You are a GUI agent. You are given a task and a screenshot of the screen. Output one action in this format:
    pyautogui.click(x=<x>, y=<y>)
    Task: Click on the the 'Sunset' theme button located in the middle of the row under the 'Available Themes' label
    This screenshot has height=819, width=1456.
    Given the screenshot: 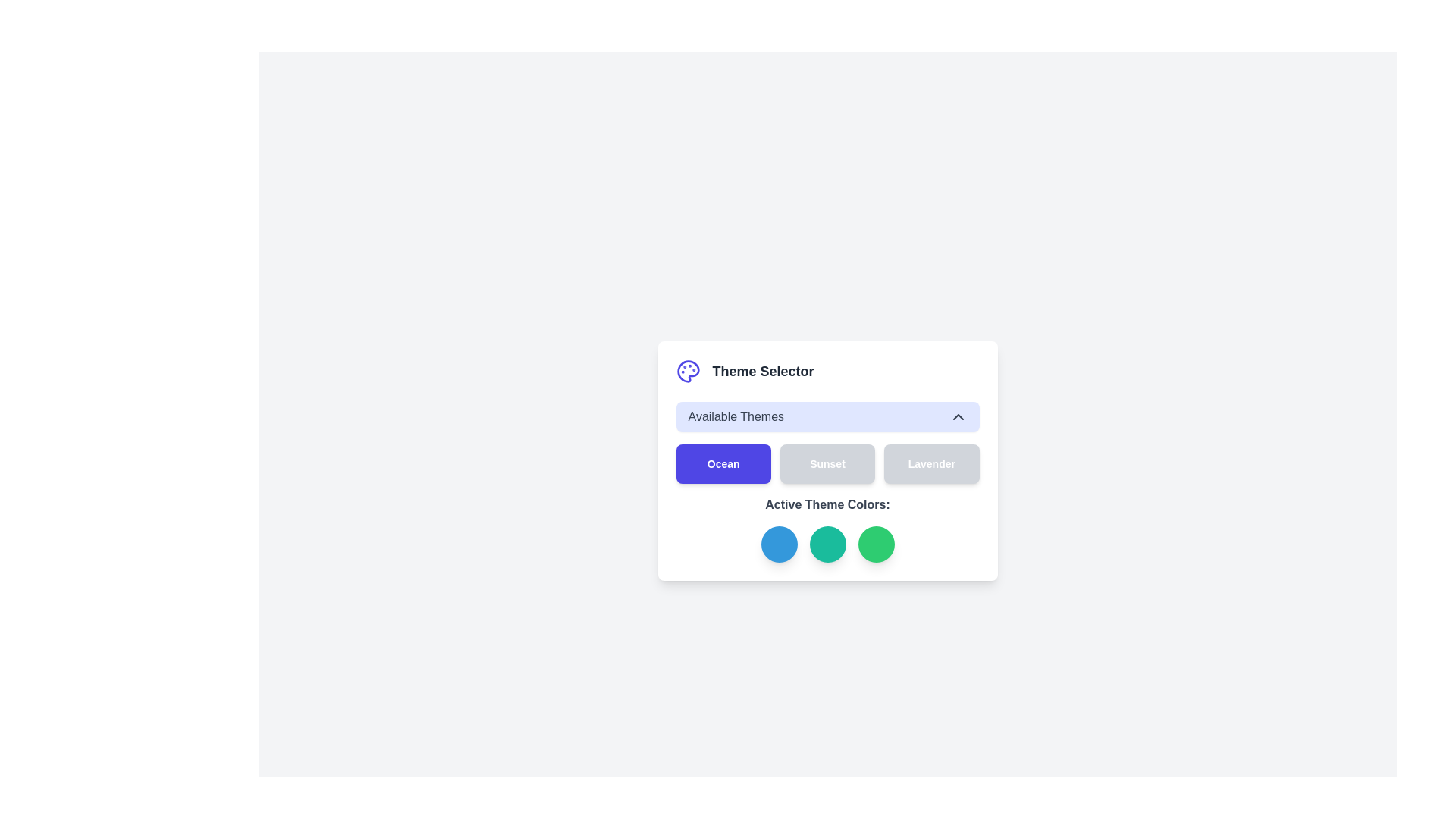 What is the action you would take?
    pyautogui.click(x=827, y=463)
    